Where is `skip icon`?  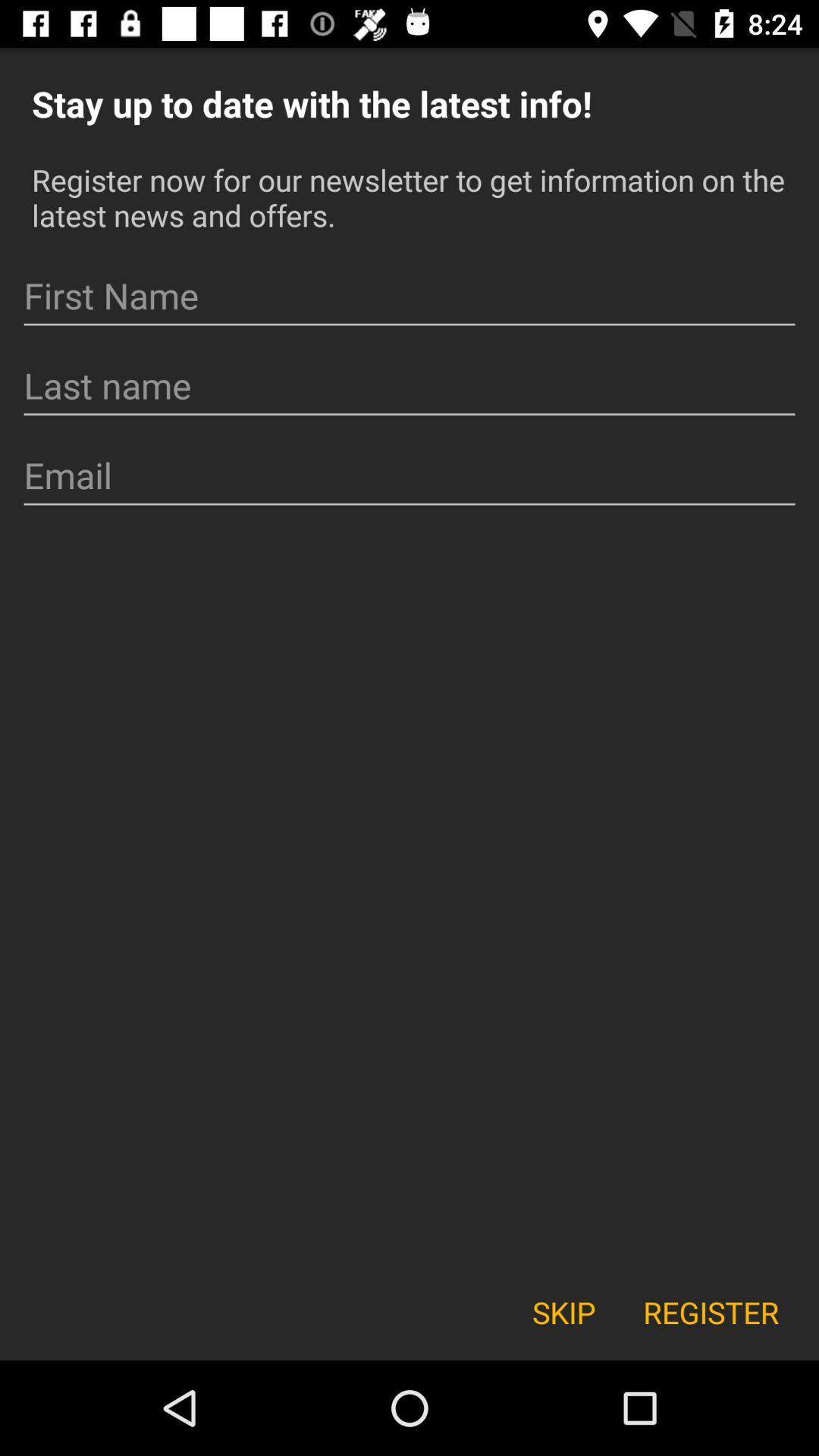 skip icon is located at coordinates (563, 1312).